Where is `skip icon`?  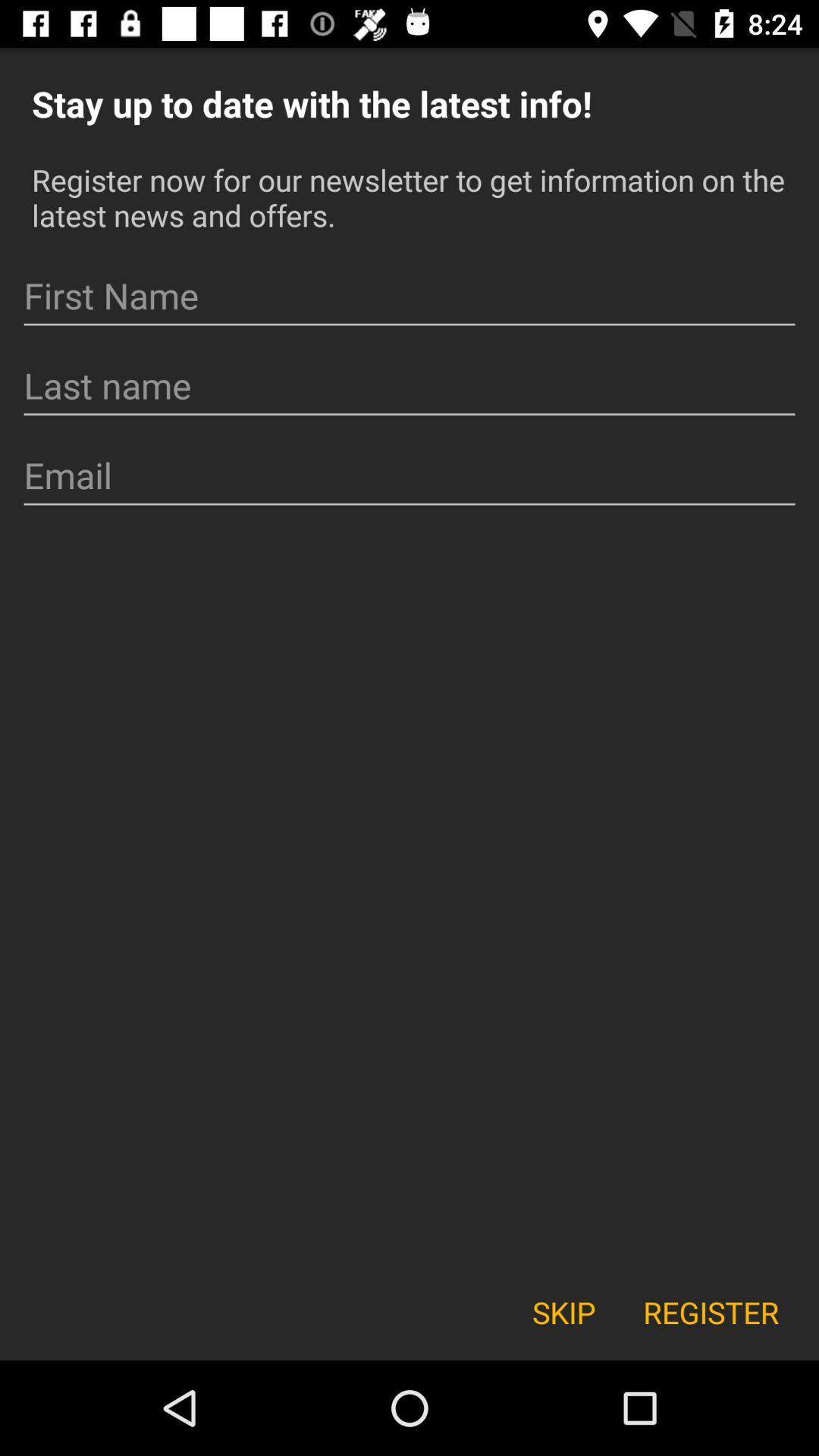 skip icon is located at coordinates (563, 1312).